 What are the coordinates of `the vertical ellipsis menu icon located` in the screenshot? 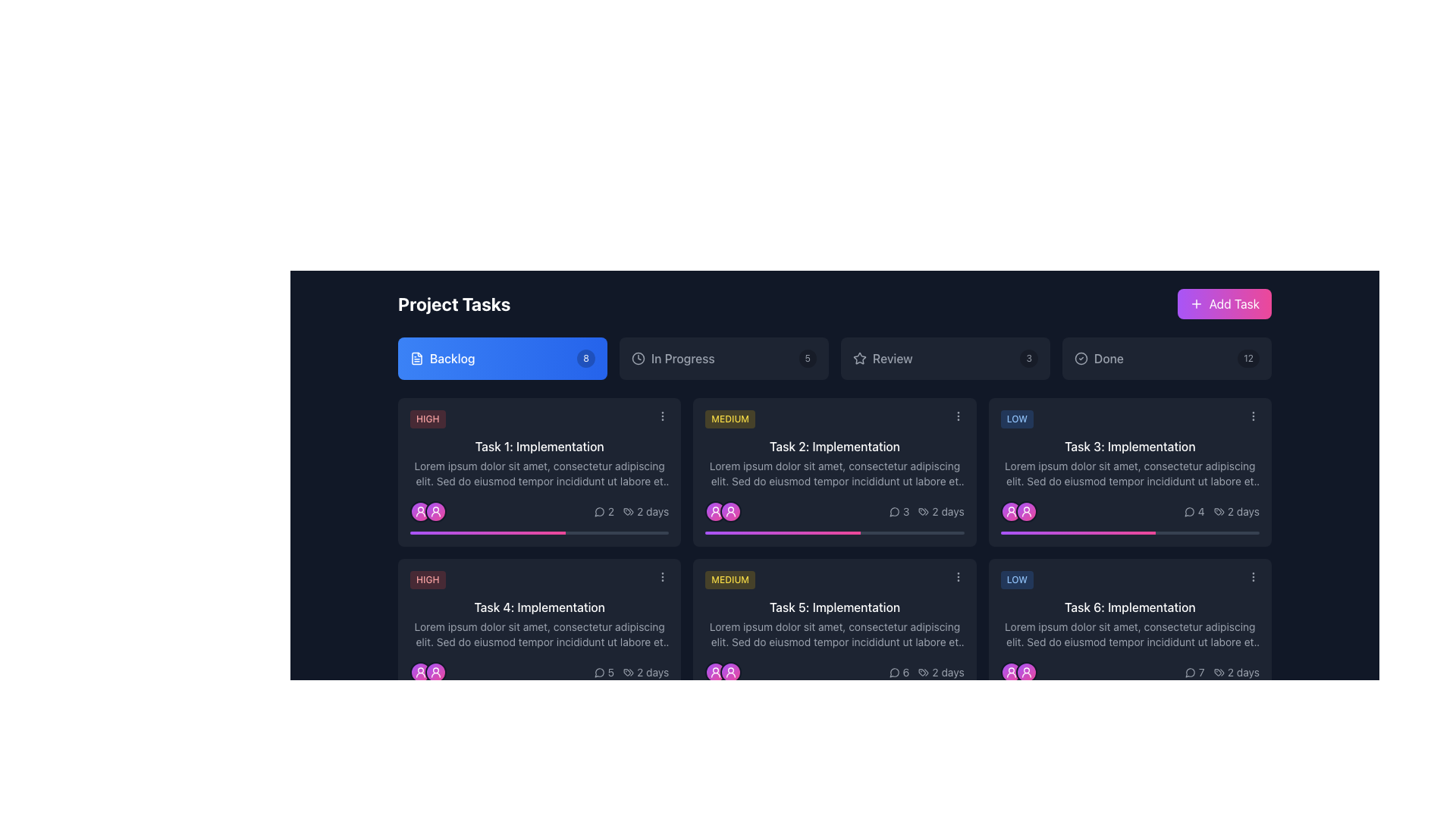 It's located at (662, 576).